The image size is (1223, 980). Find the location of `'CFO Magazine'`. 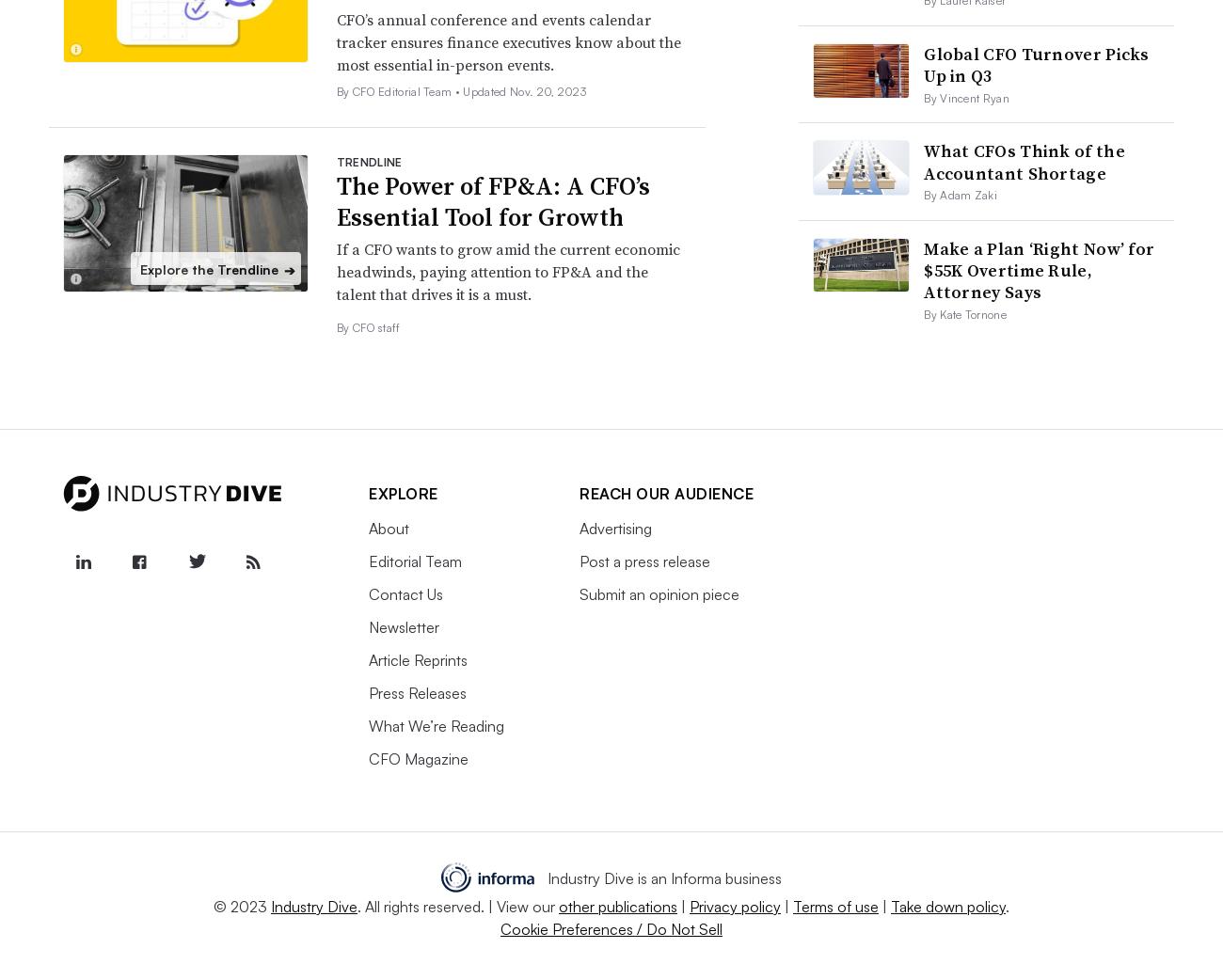

'CFO Magazine' is located at coordinates (417, 759).